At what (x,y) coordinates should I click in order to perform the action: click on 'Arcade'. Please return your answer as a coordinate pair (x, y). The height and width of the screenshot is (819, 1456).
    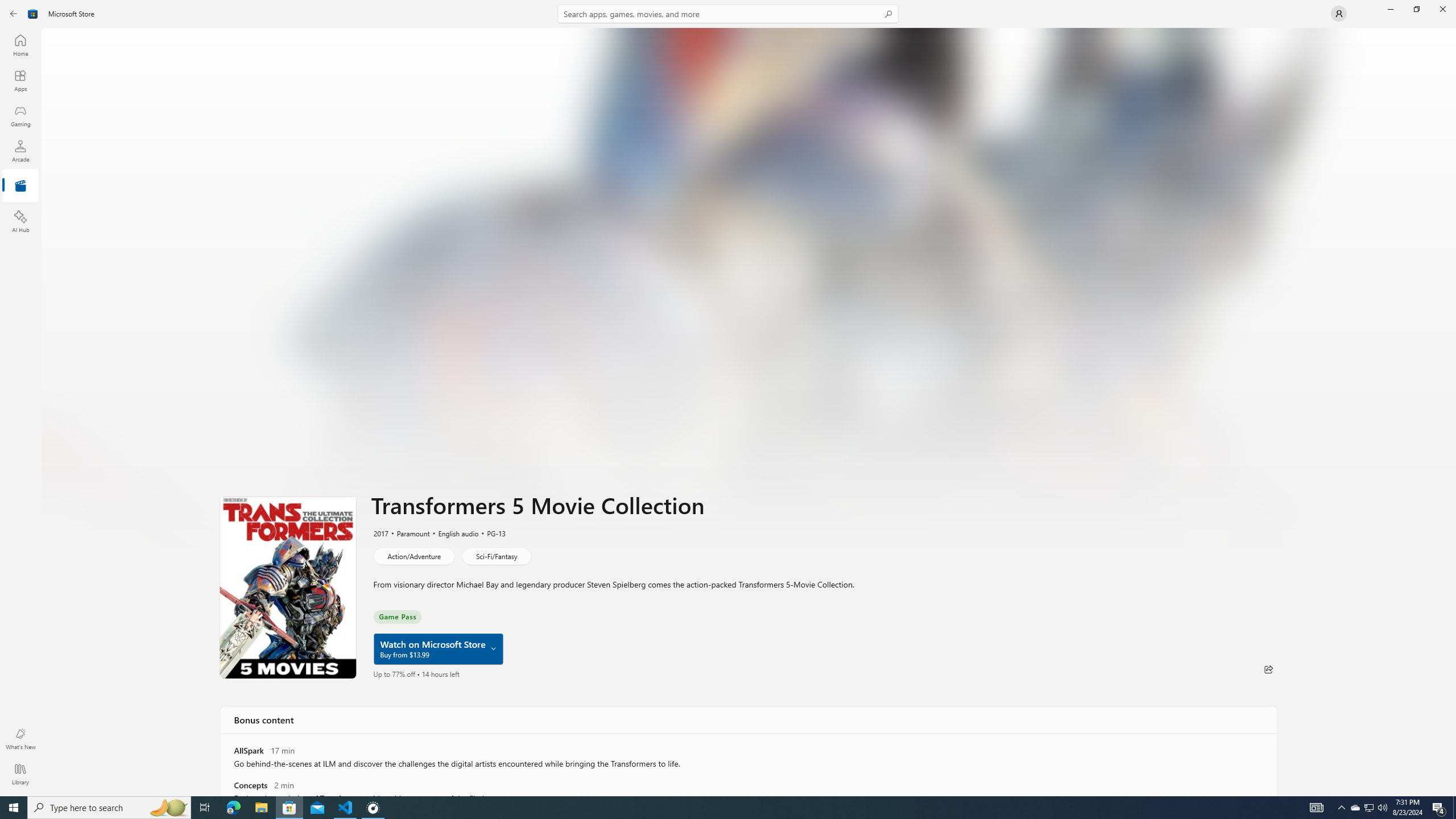
    Looking at the image, I should click on (19, 150).